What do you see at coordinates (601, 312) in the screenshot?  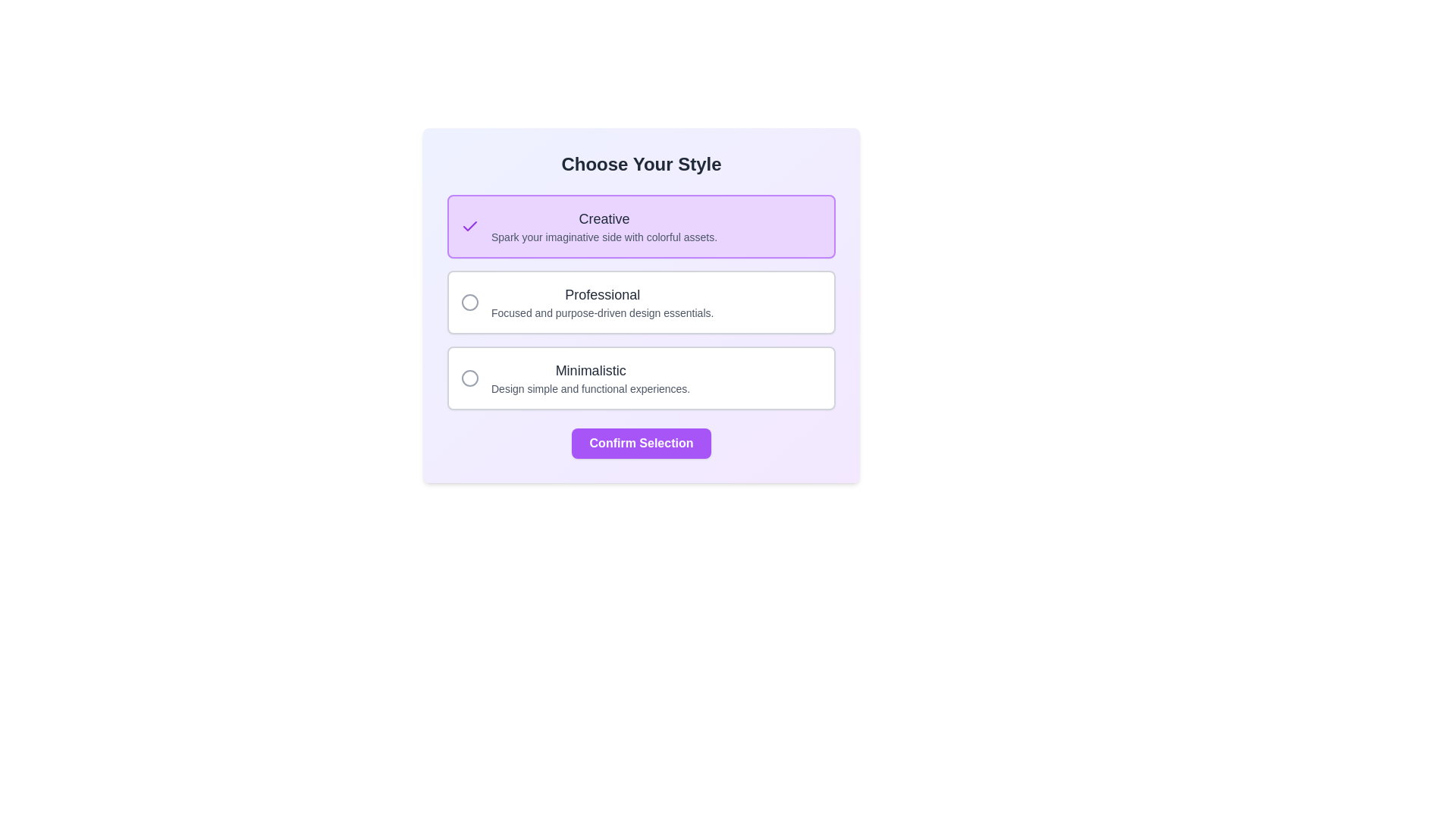 I see `the informational text providing details for the 'Professional' style option, located below the 'Creative' option in the vertical list of selectable styles` at bounding box center [601, 312].